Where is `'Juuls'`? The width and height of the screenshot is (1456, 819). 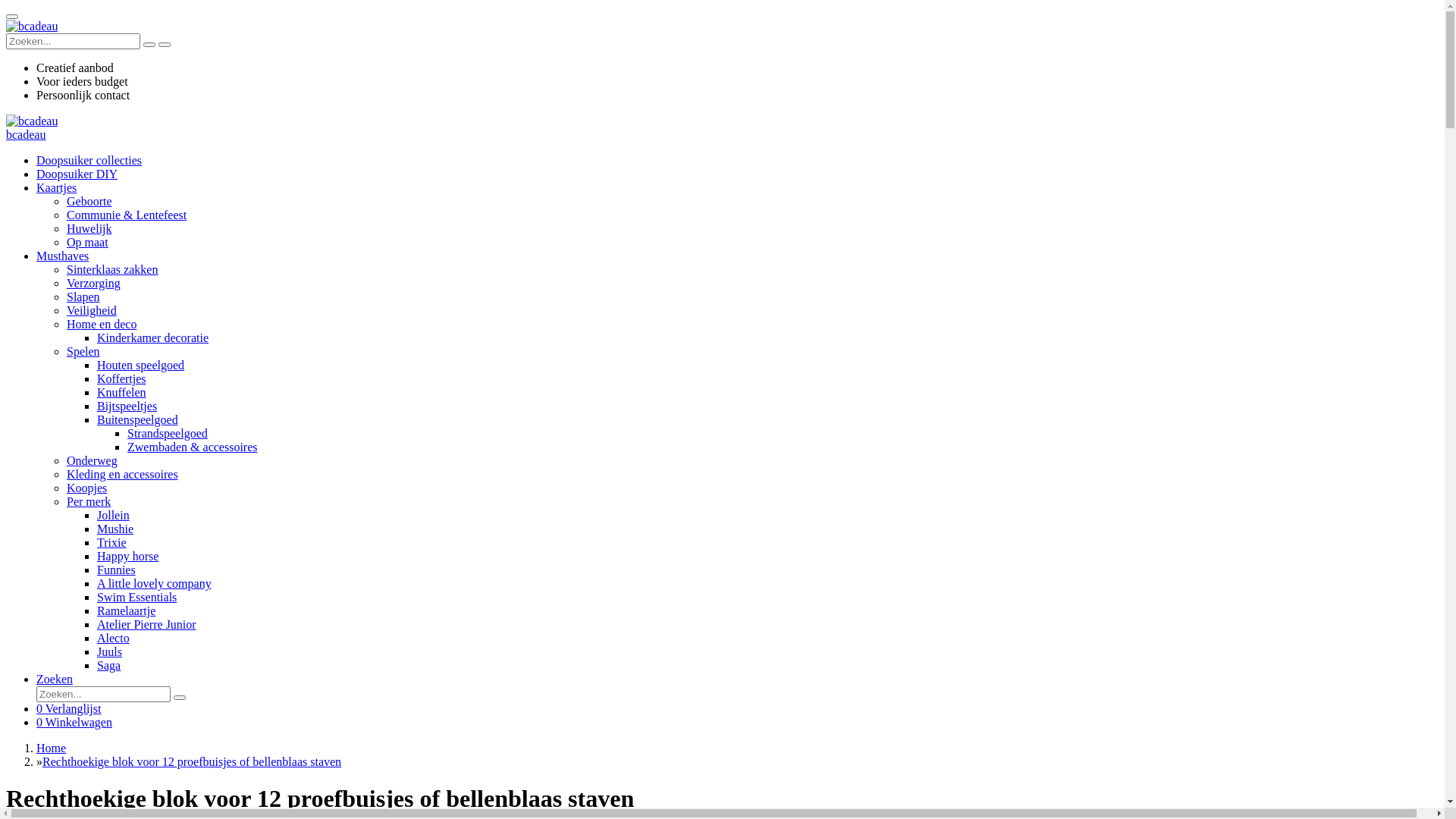
'Juuls' is located at coordinates (108, 651).